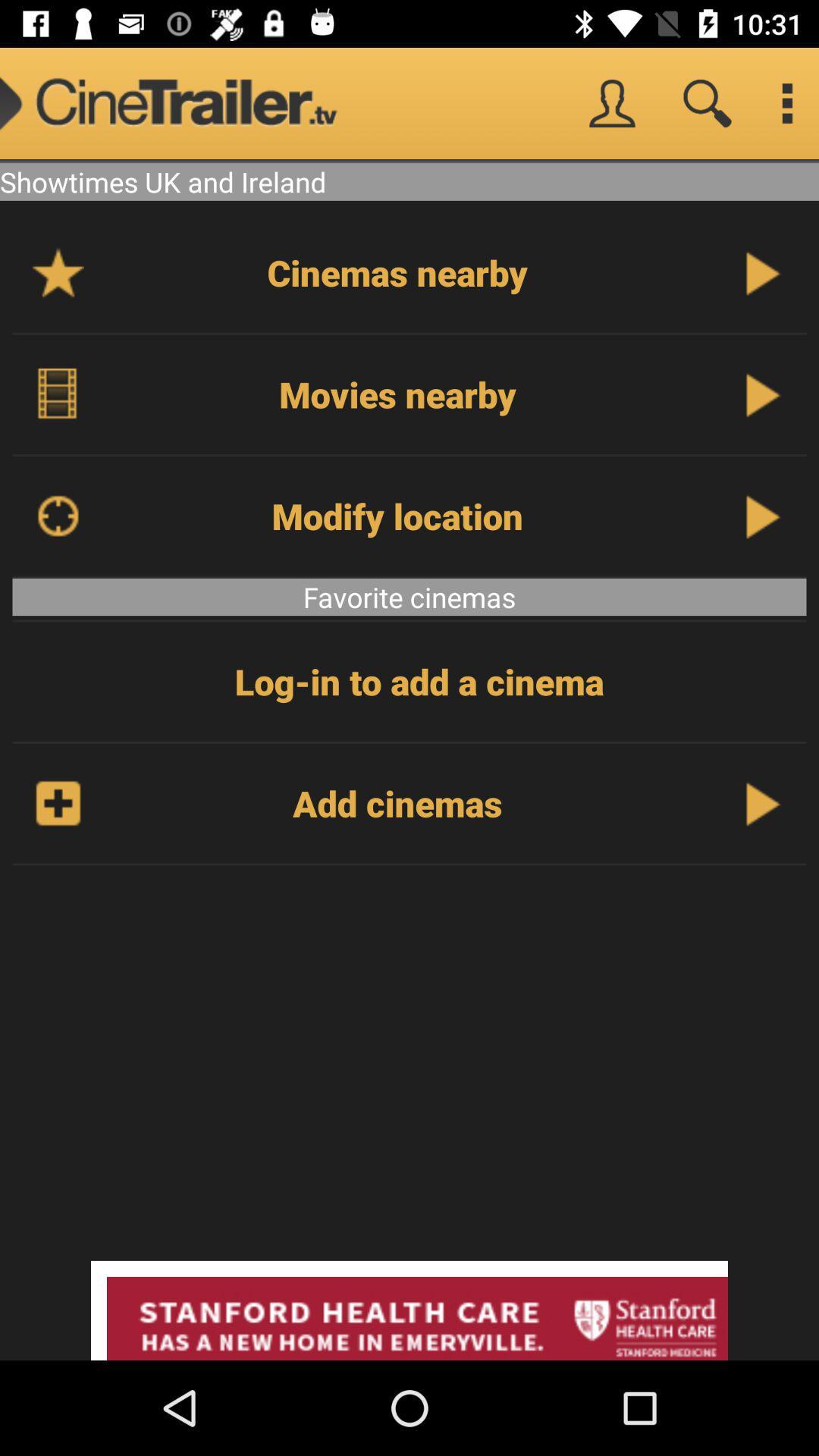 This screenshot has height=1456, width=819. Describe the element at coordinates (409, 1310) in the screenshot. I see `advertisement banner` at that location.